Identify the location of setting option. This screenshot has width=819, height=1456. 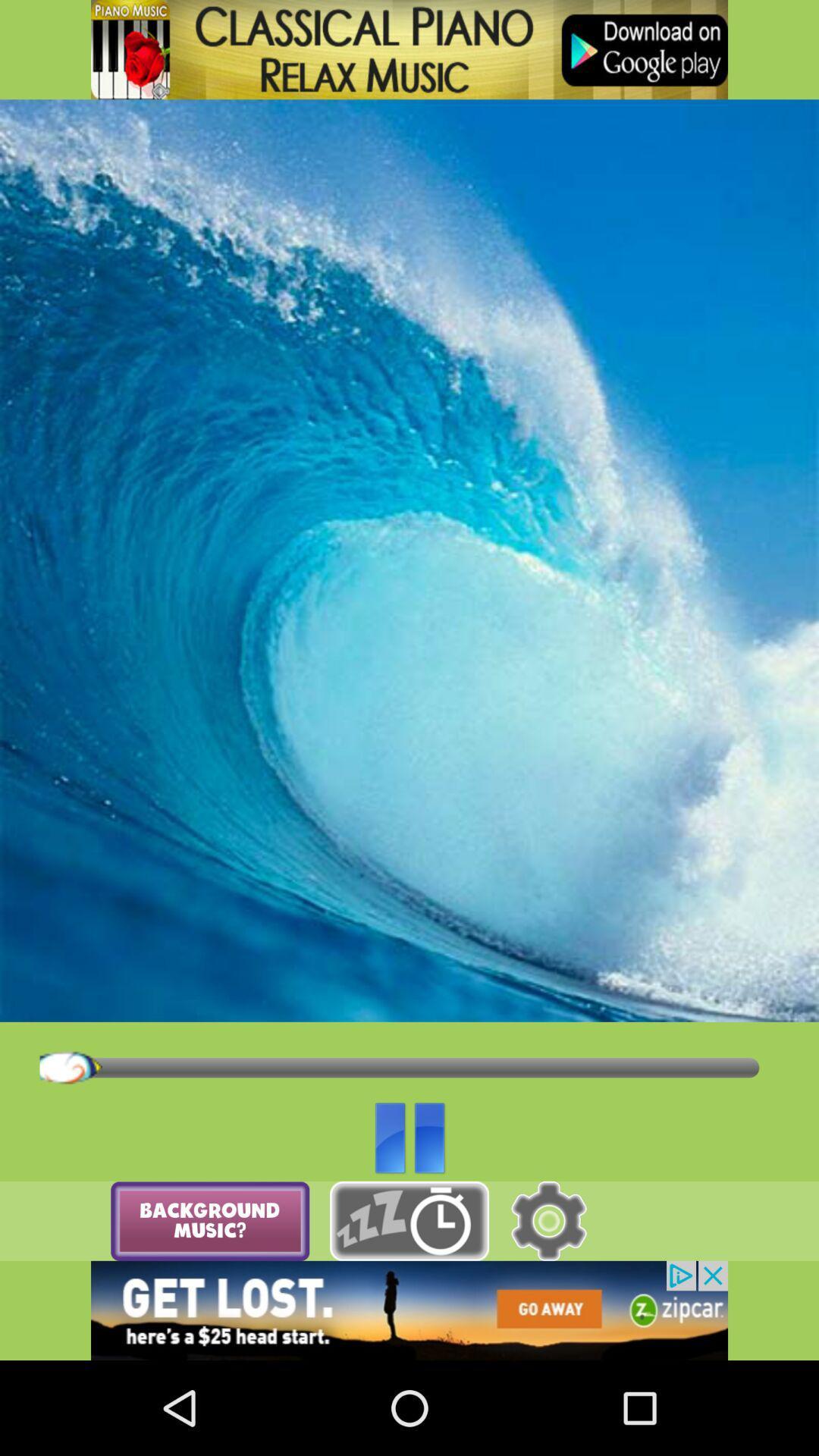
(548, 1221).